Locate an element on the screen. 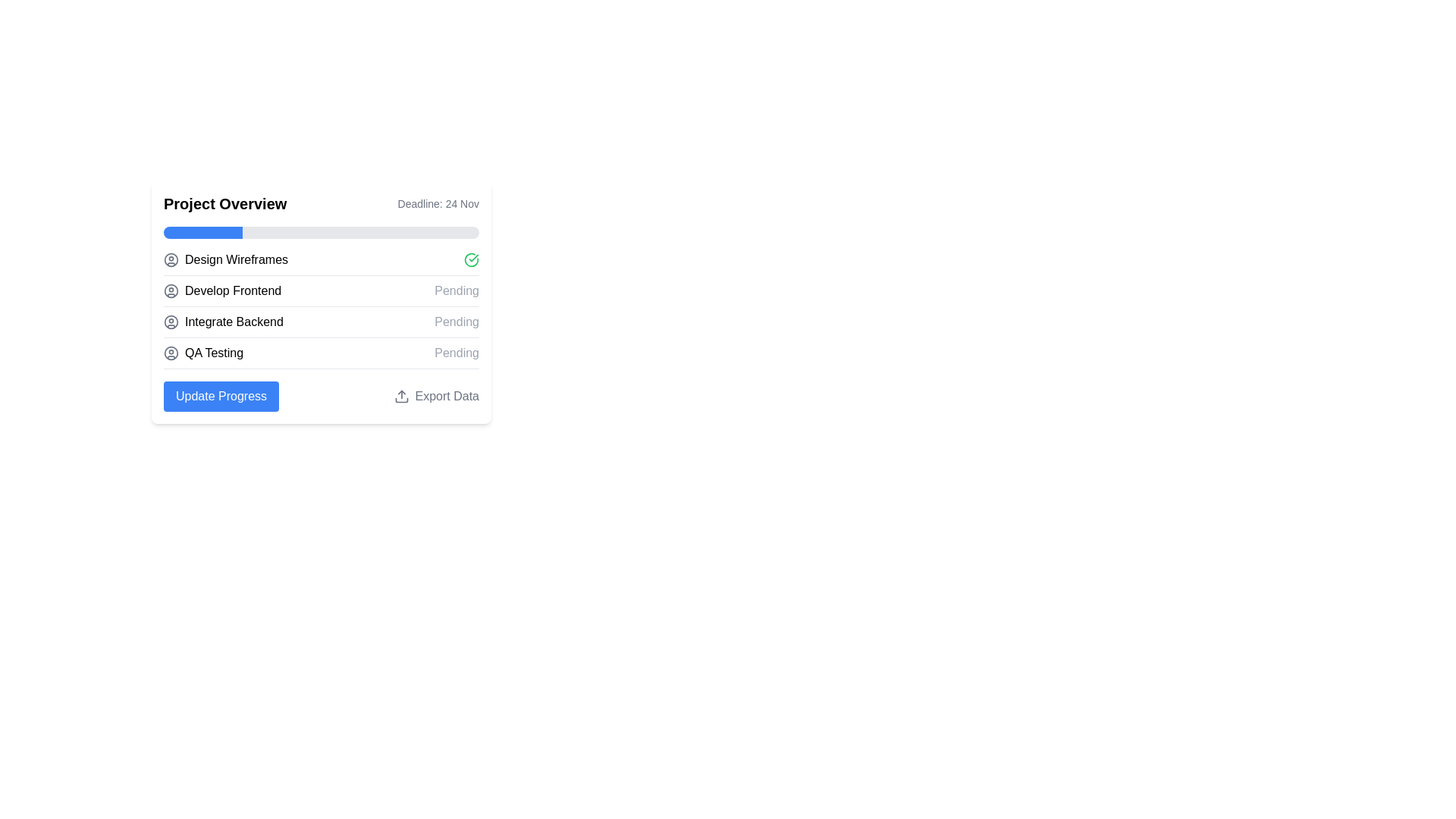 The width and height of the screenshot is (1456, 819). the circular graphical element that is part of the second user icon from the top on the left side of the 'Project Overview' layout is located at coordinates (171, 353).